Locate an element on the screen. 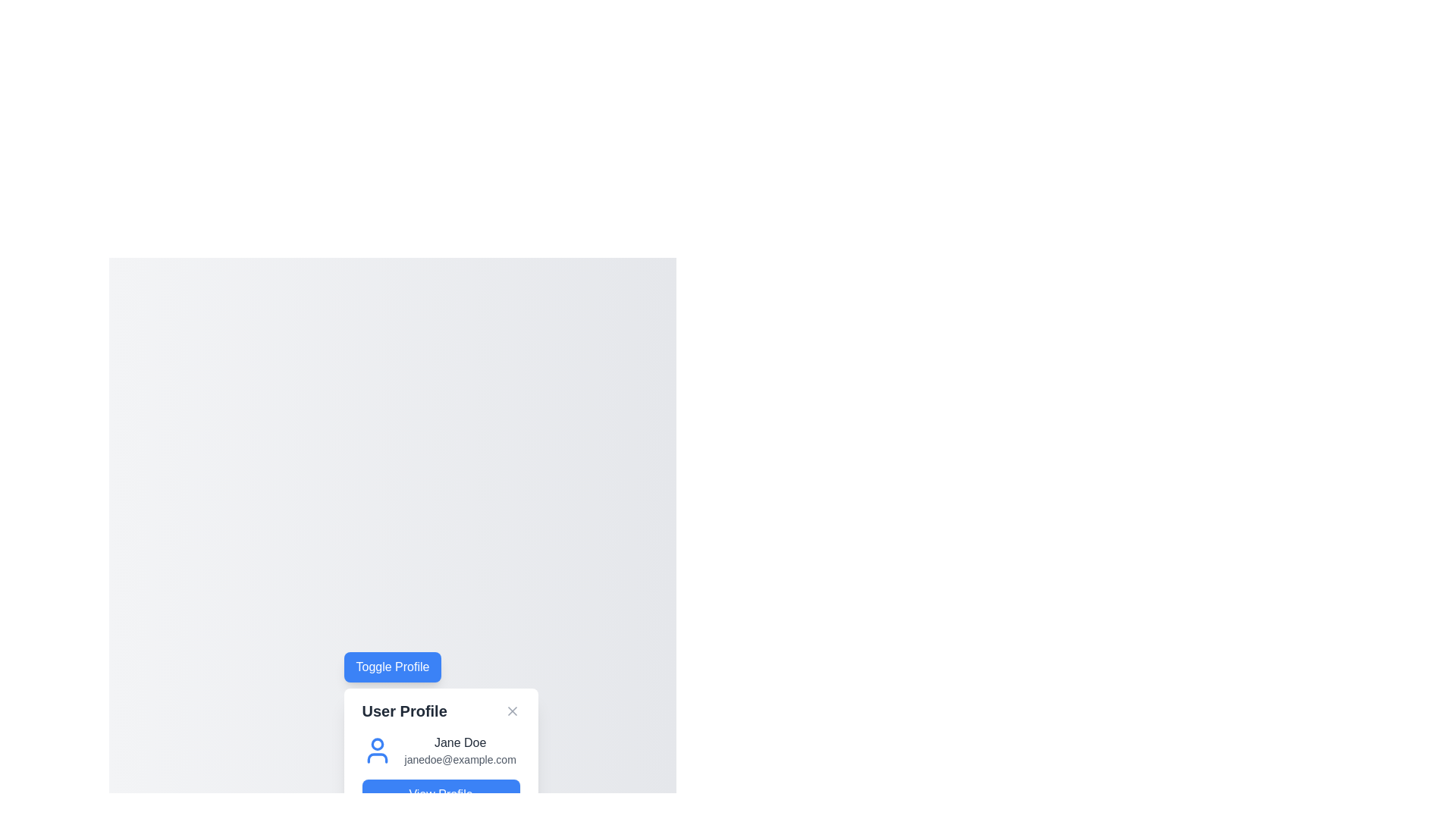  the user information Text label located in the 'User Profile' modal, positioned to the right of the user icon is located at coordinates (460, 751).